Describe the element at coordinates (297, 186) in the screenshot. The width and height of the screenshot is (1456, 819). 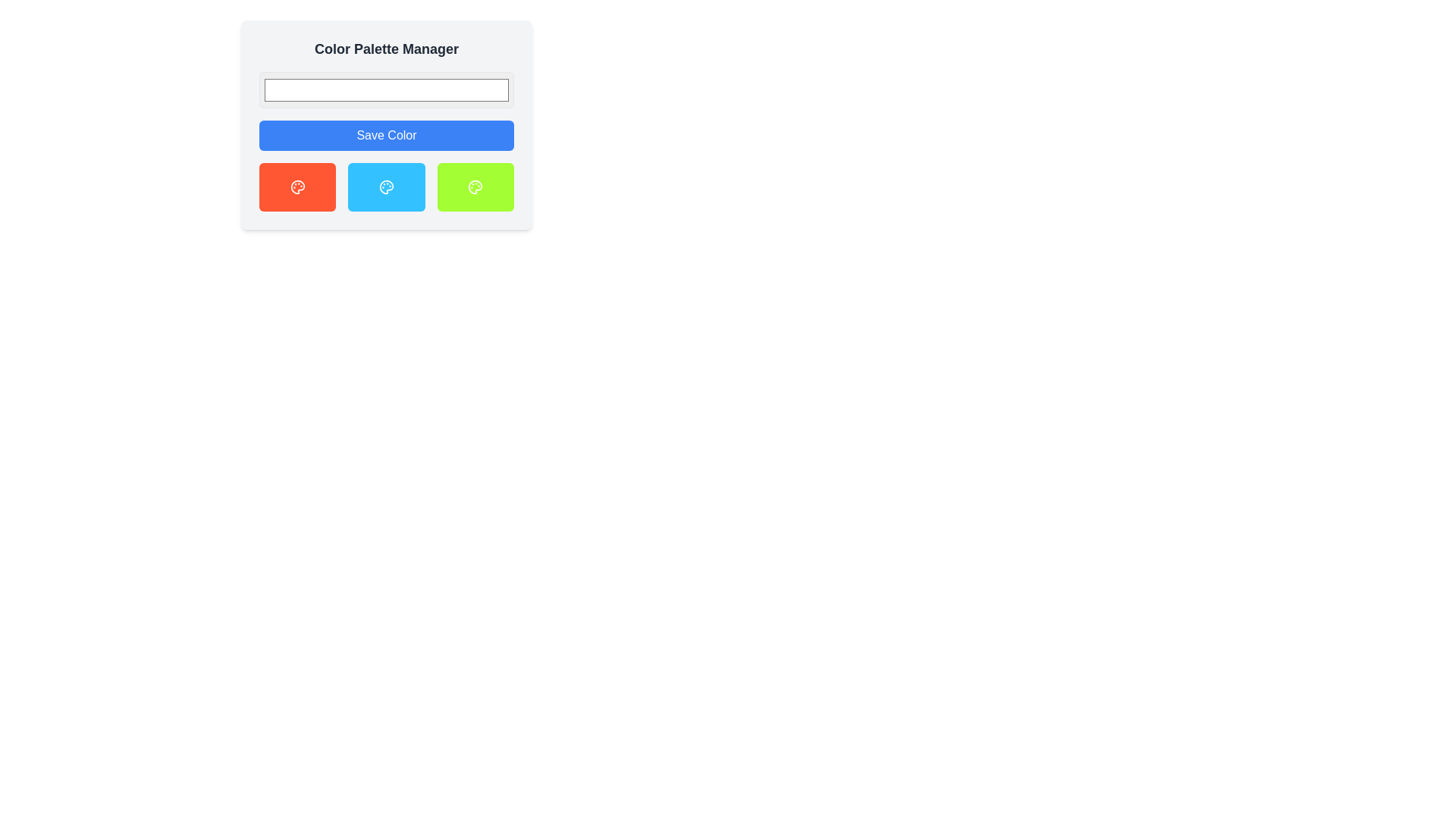
I see `the first button in the row of three buttons at the bottom of the 'Color Palette Manager'` at that location.